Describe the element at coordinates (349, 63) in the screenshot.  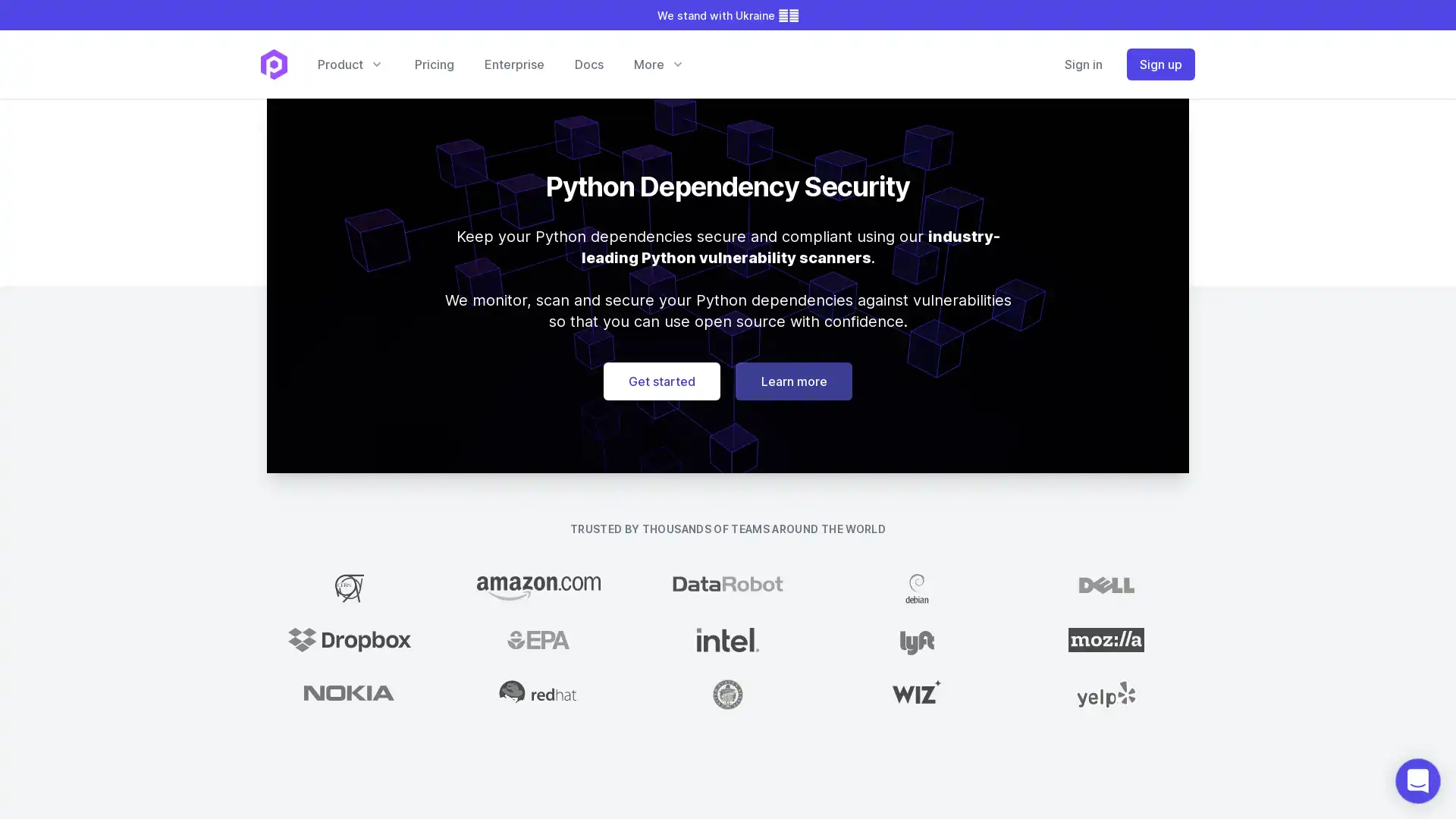
I see `Product` at that location.